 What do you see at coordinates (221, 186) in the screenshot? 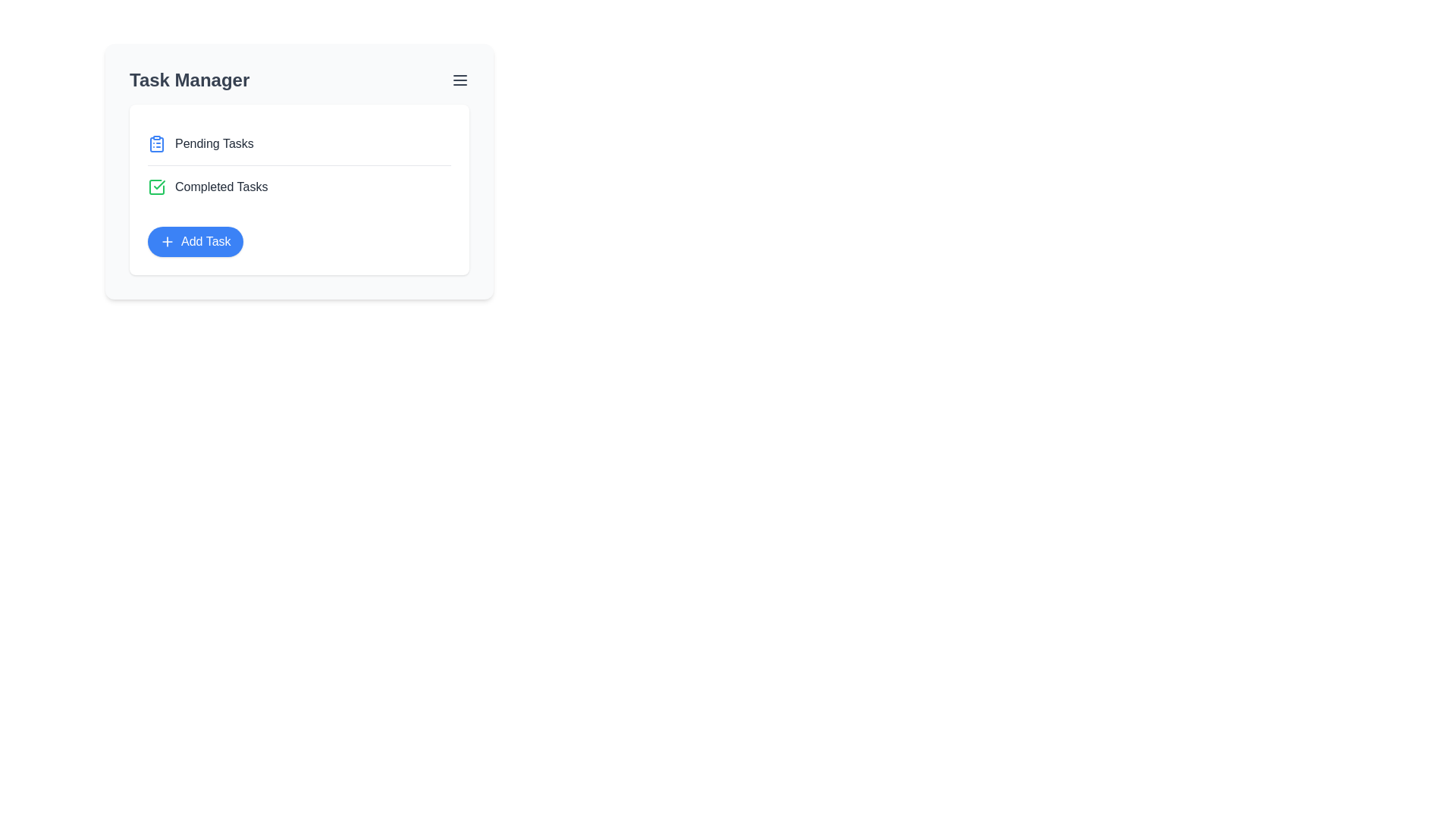
I see `the 'Completed Tasks' list item` at bounding box center [221, 186].